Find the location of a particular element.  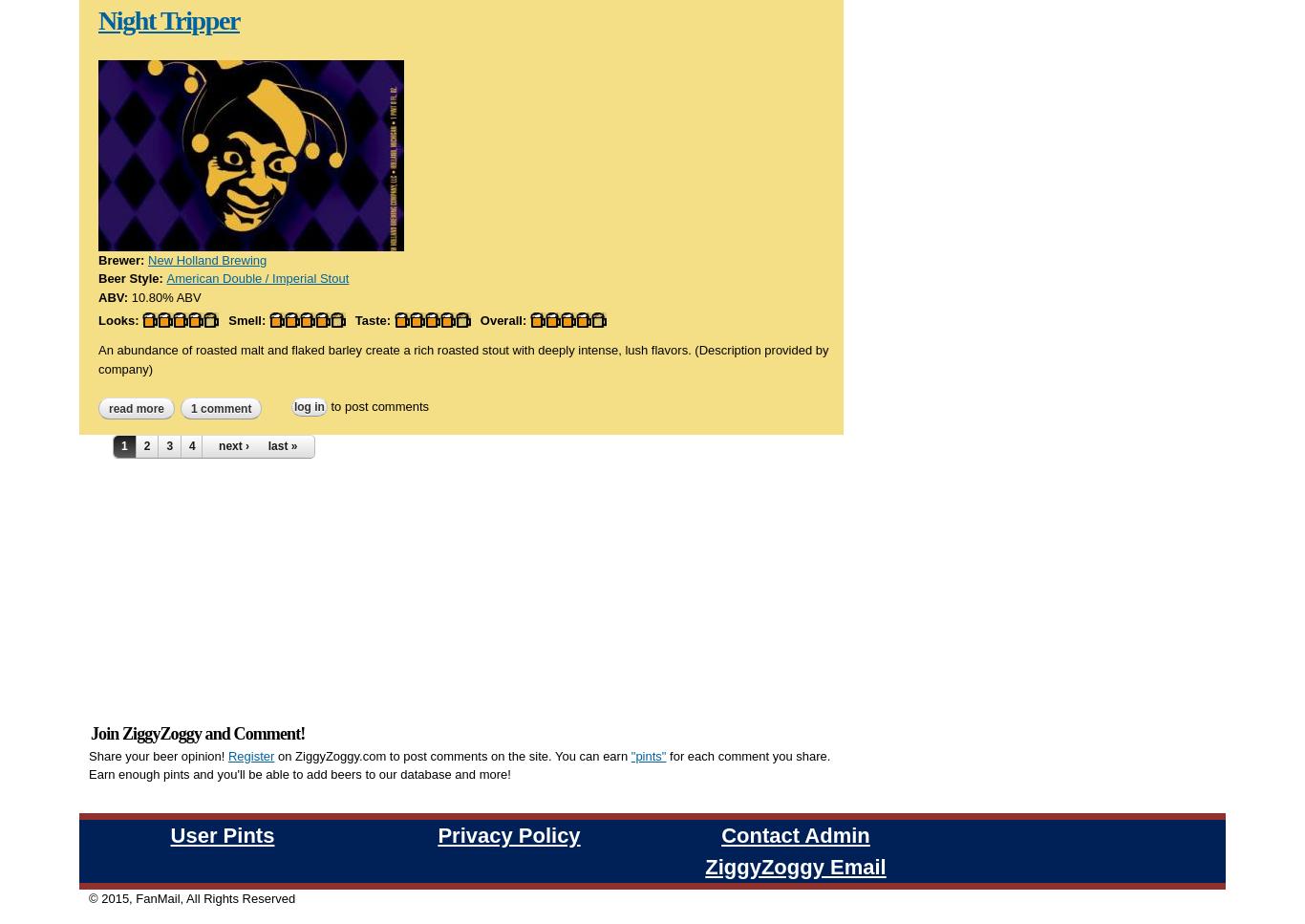

'5' is located at coordinates (213, 445).